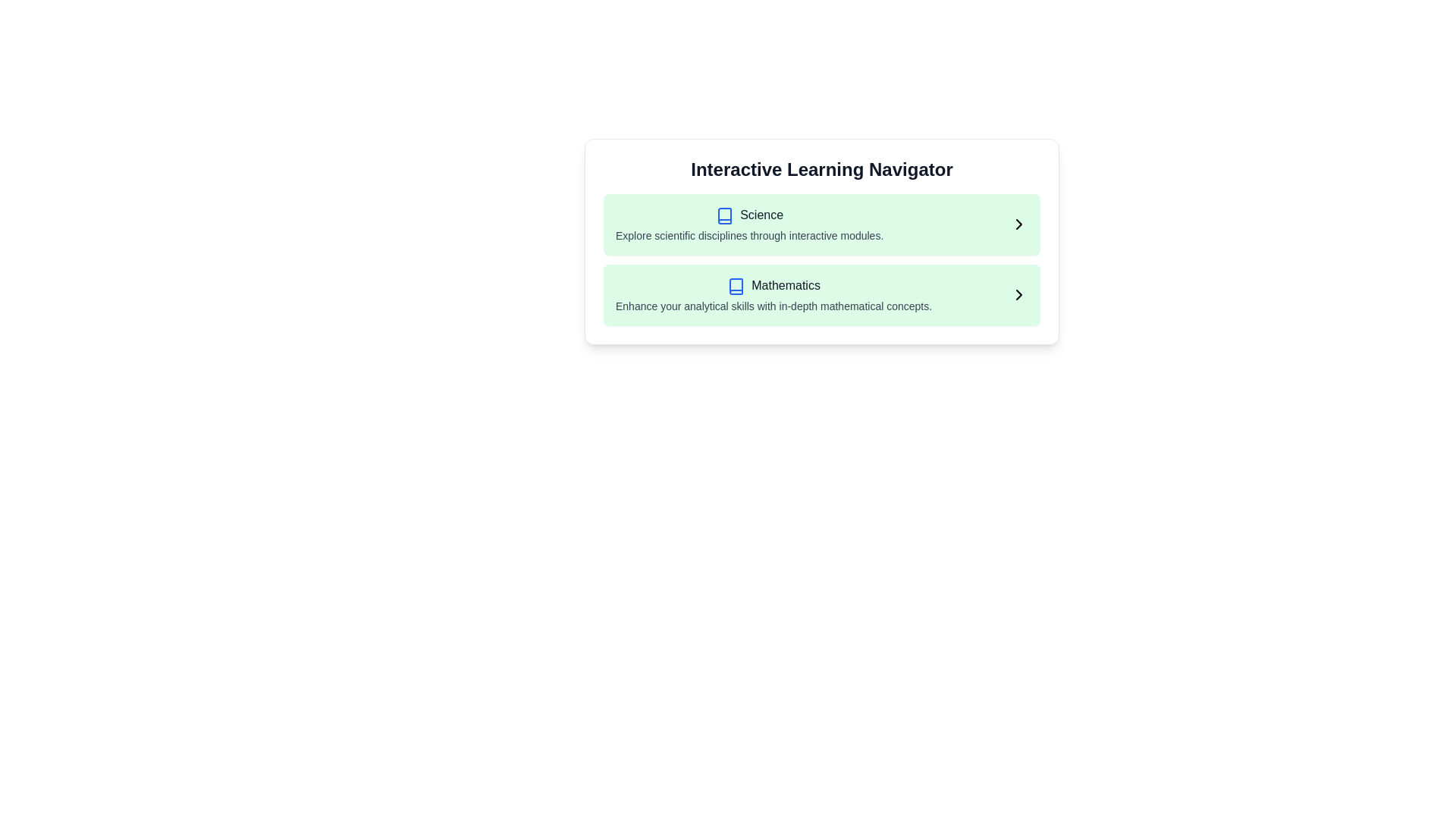 The height and width of the screenshot is (819, 1456). Describe the element at coordinates (1019, 295) in the screenshot. I see `the navigation icon on the far right of the 'Mathematics' row in the 'Interactive Learning Navigator' to proceed to further details about Mathematics` at that location.